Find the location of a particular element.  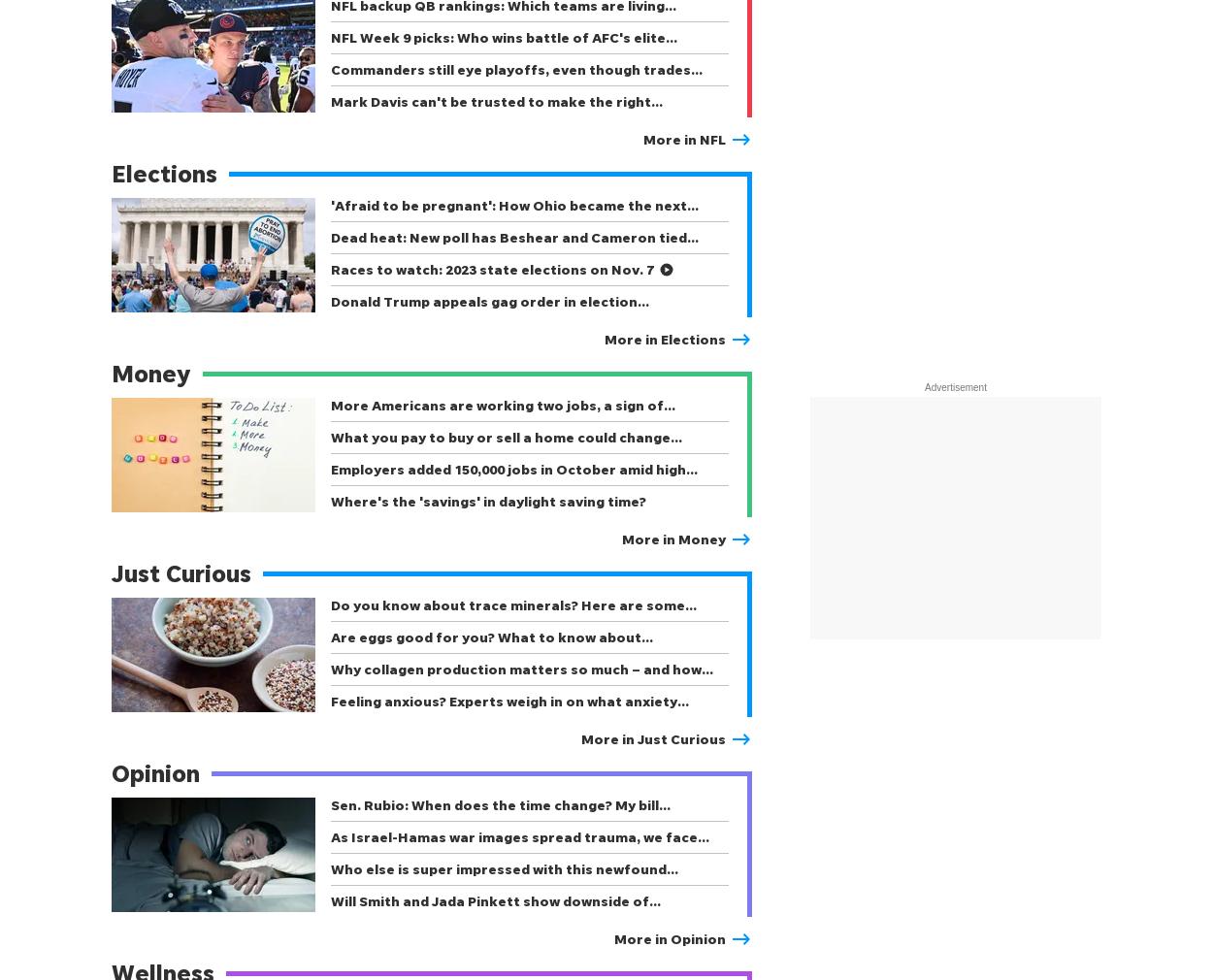

'NFL Week 9 picks: Who wins battle of AFC's elite…' is located at coordinates (330, 36).